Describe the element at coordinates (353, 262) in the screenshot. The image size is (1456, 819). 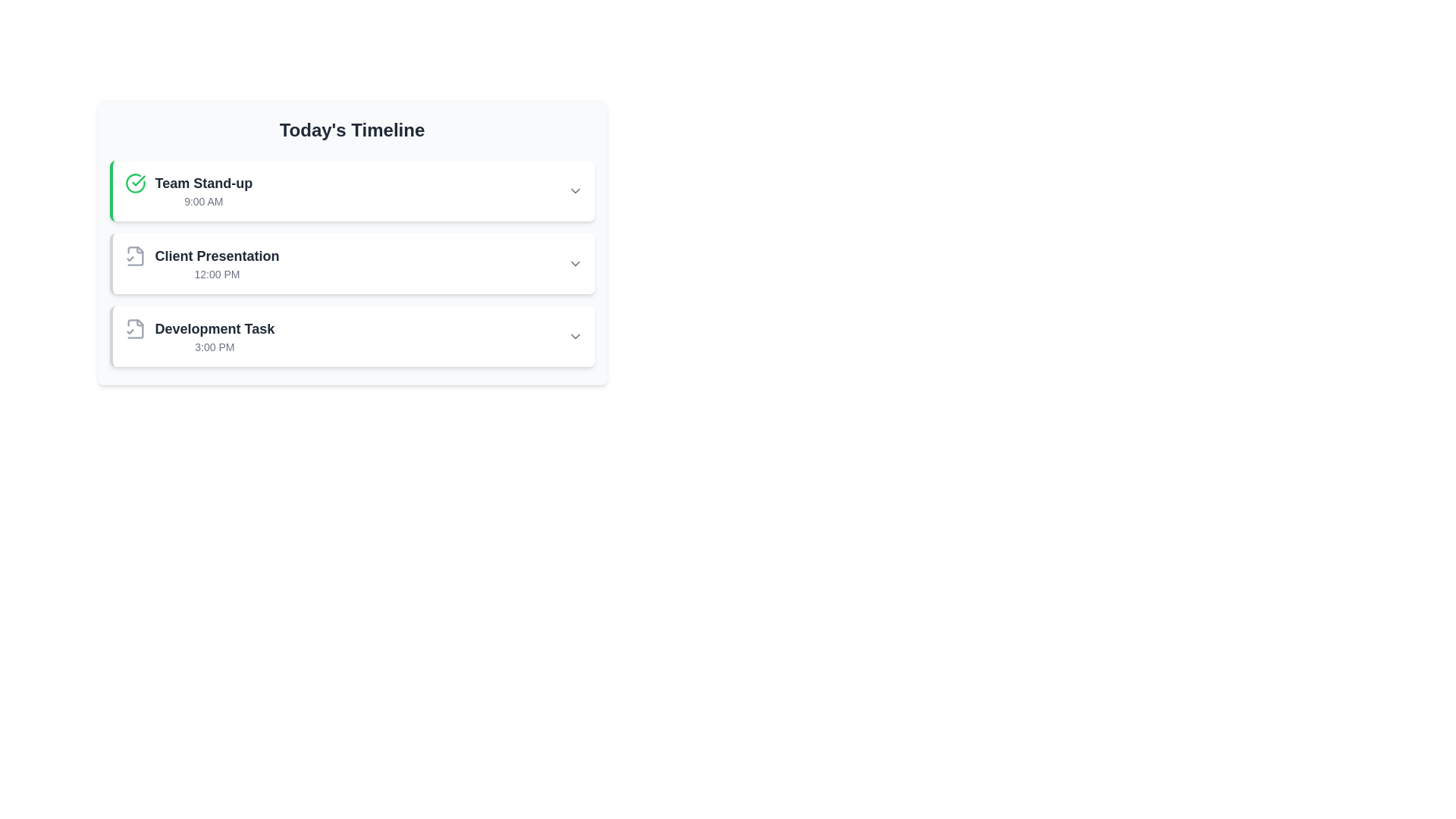
I see `the timeline entry for 'Client Presentation' scheduled at 12:00 PM` at that location.